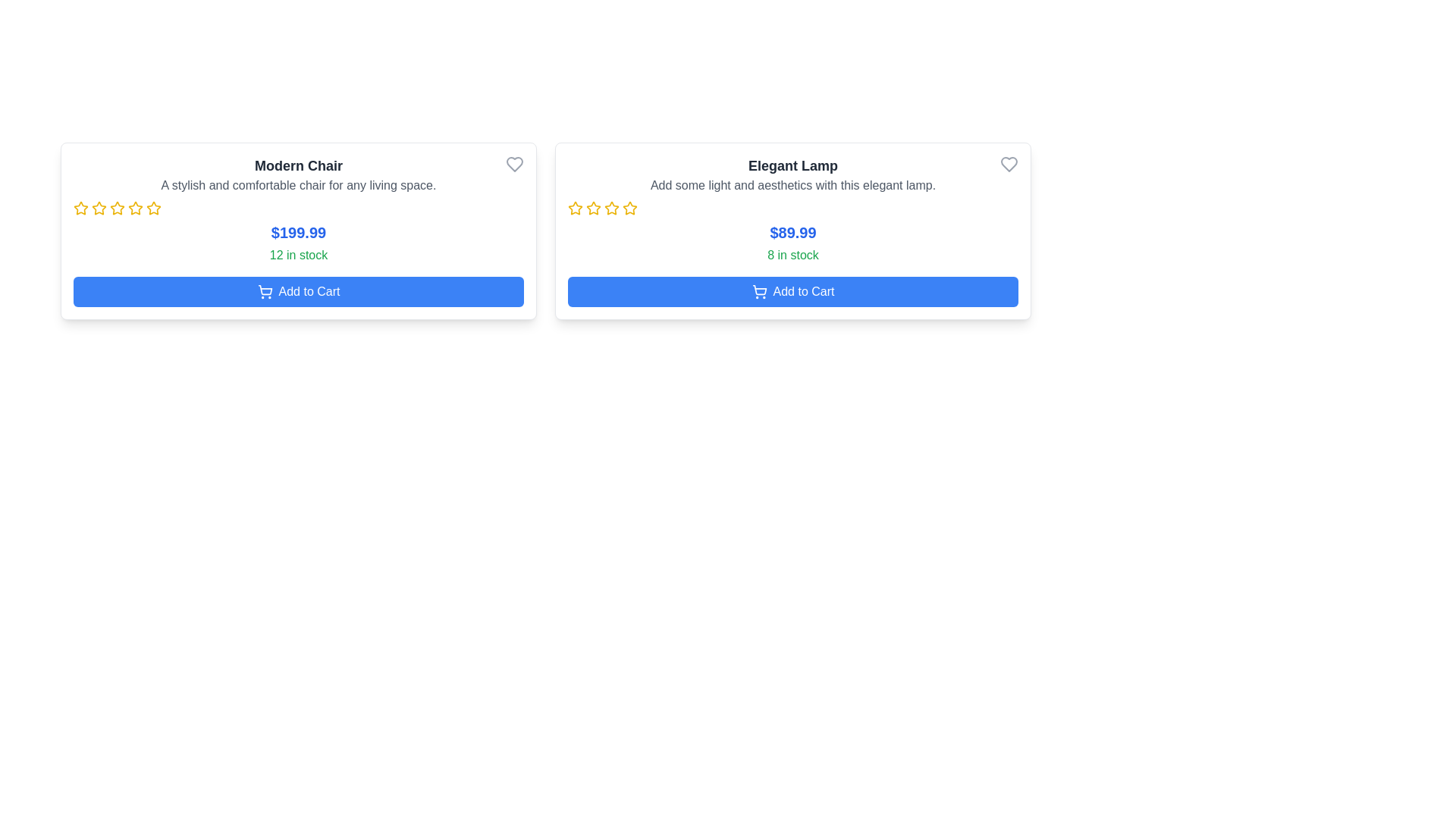 This screenshot has height=819, width=1456. Describe the element at coordinates (574, 207) in the screenshot. I see `the leftmost star icon of the star rating component` at that location.